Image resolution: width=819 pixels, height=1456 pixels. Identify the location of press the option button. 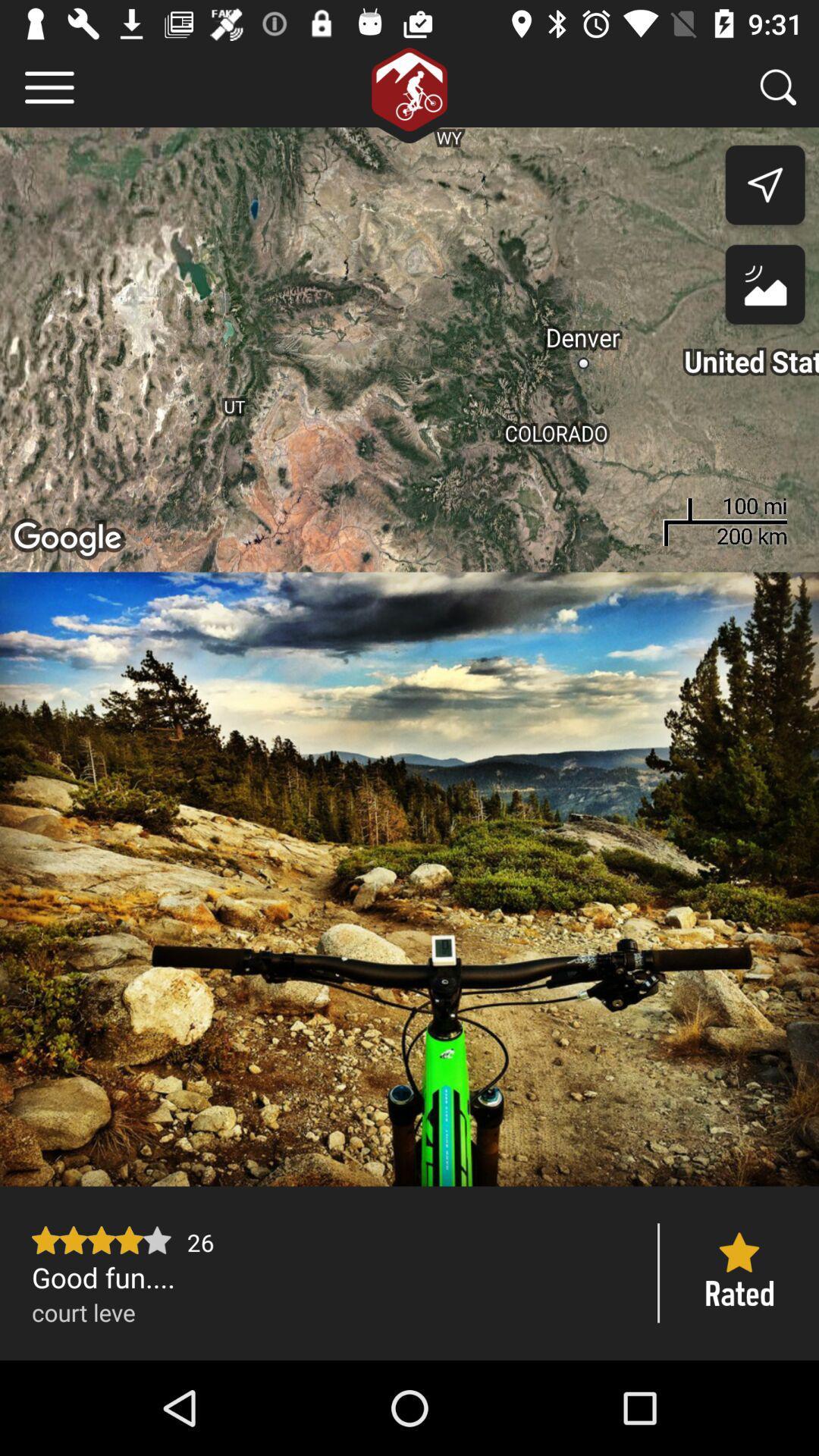
(49, 86).